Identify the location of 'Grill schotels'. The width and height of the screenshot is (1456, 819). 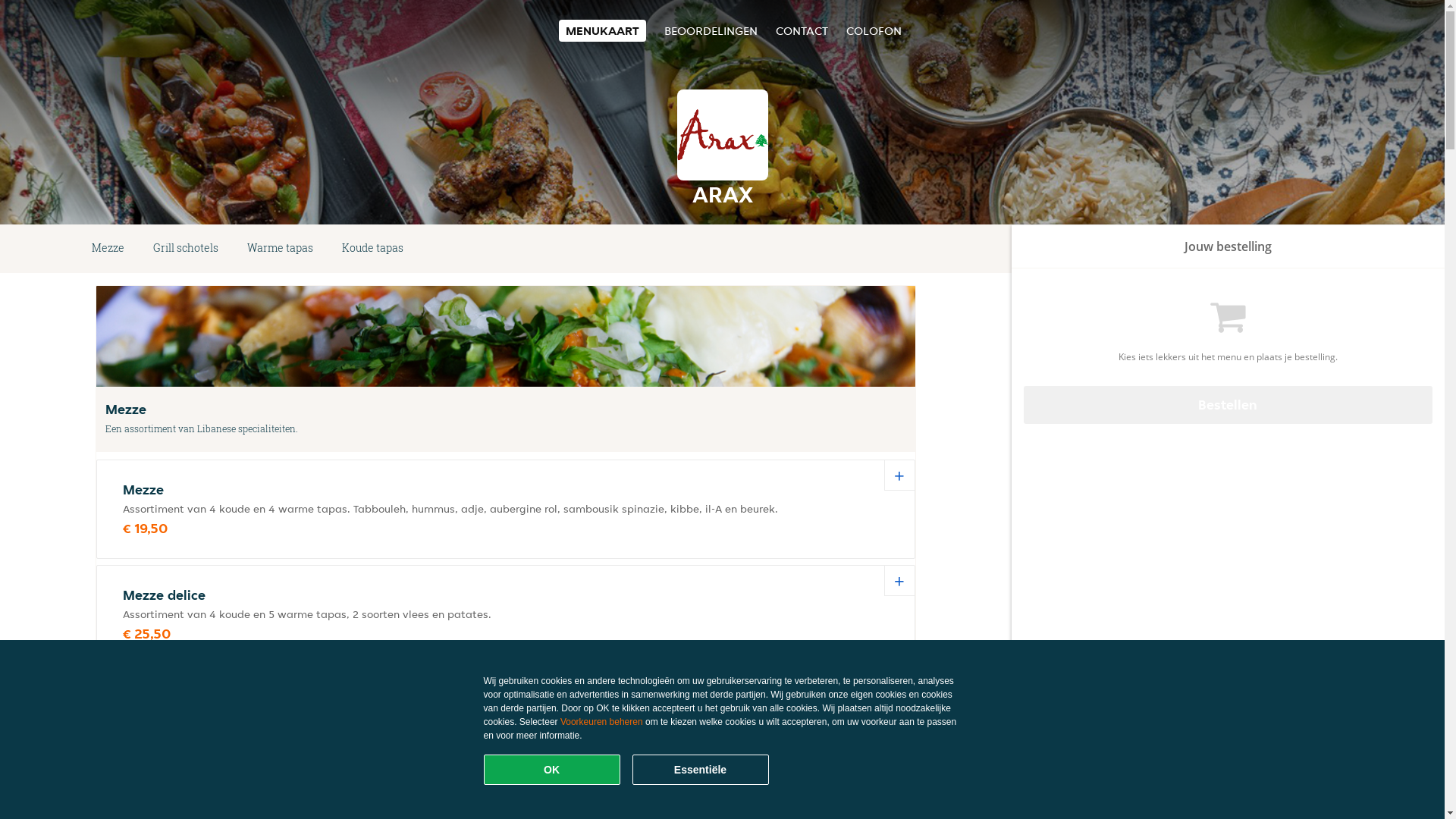
(184, 247).